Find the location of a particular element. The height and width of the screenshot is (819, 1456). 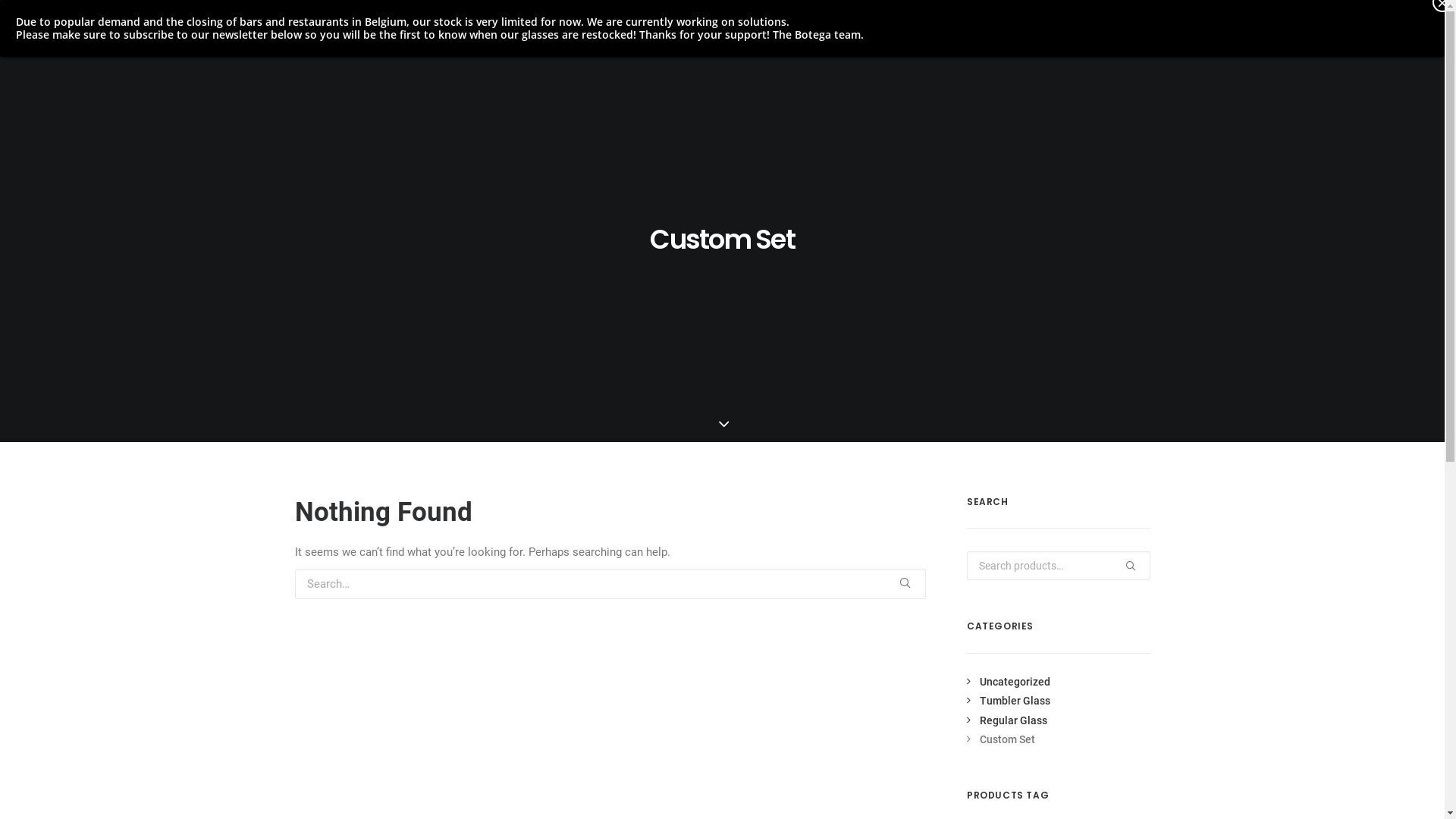

'cart' is located at coordinates (1410, 33).